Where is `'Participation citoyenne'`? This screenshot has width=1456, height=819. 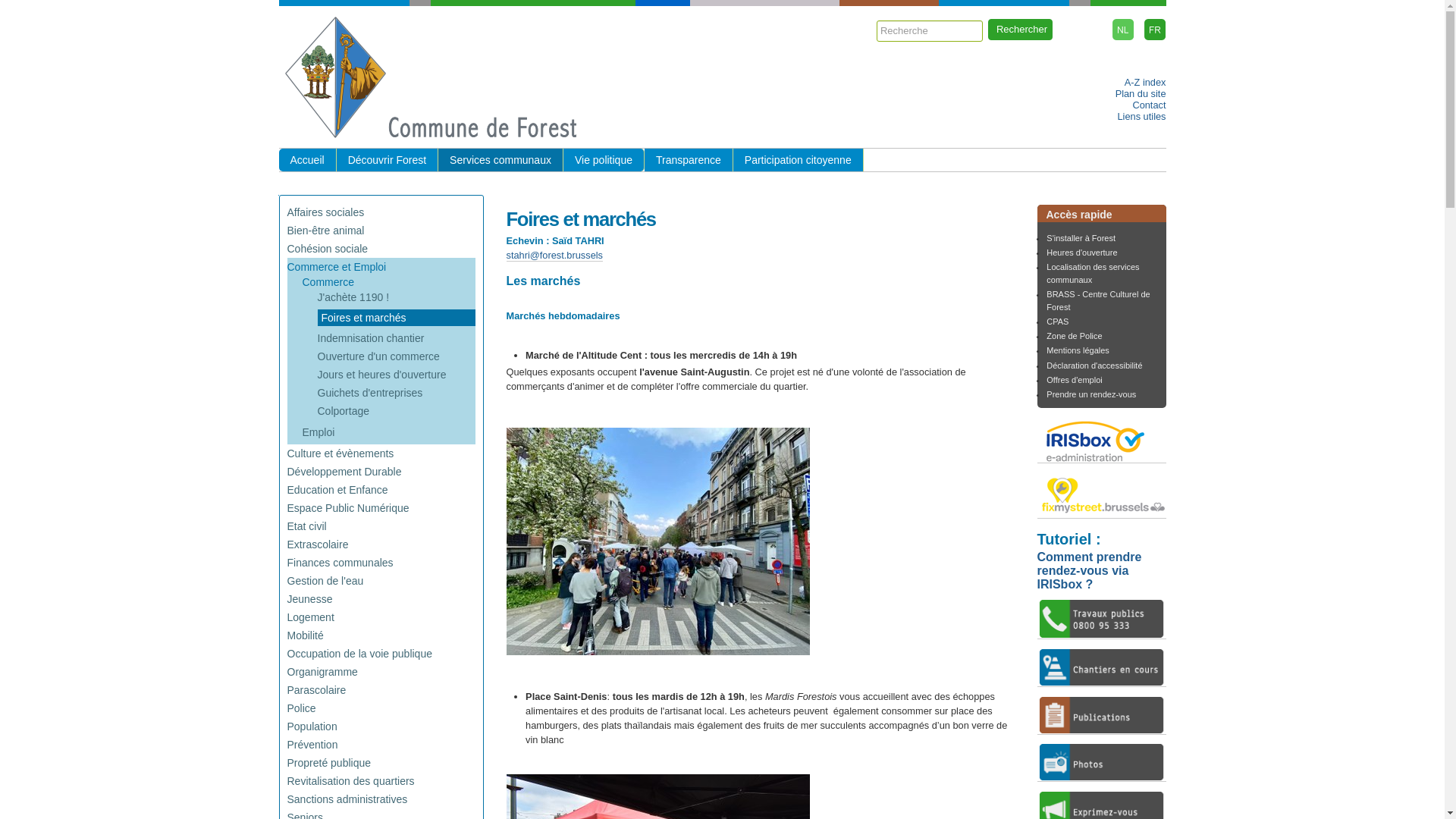 'Participation citoyenne' is located at coordinates (797, 160).